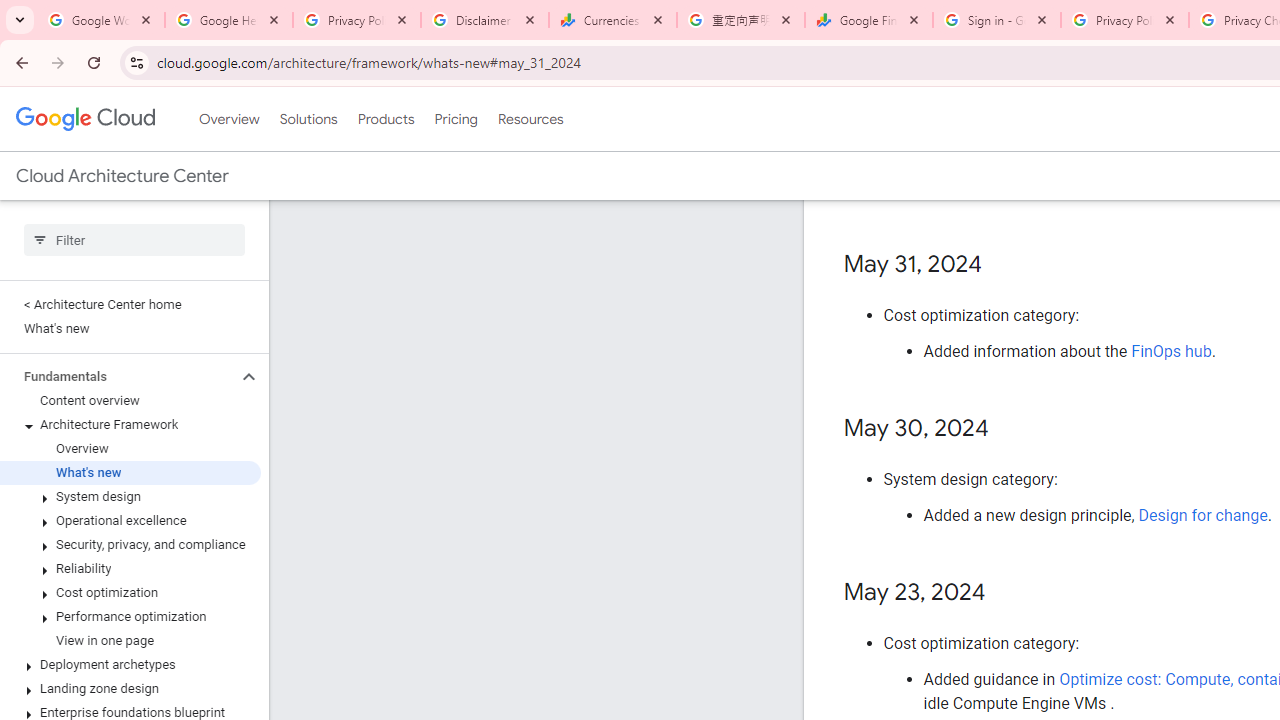 The width and height of the screenshot is (1280, 720). What do you see at coordinates (129, 424) in the screenshot?
I see `'Architecture Framework'` at bounding box center [129, 424].